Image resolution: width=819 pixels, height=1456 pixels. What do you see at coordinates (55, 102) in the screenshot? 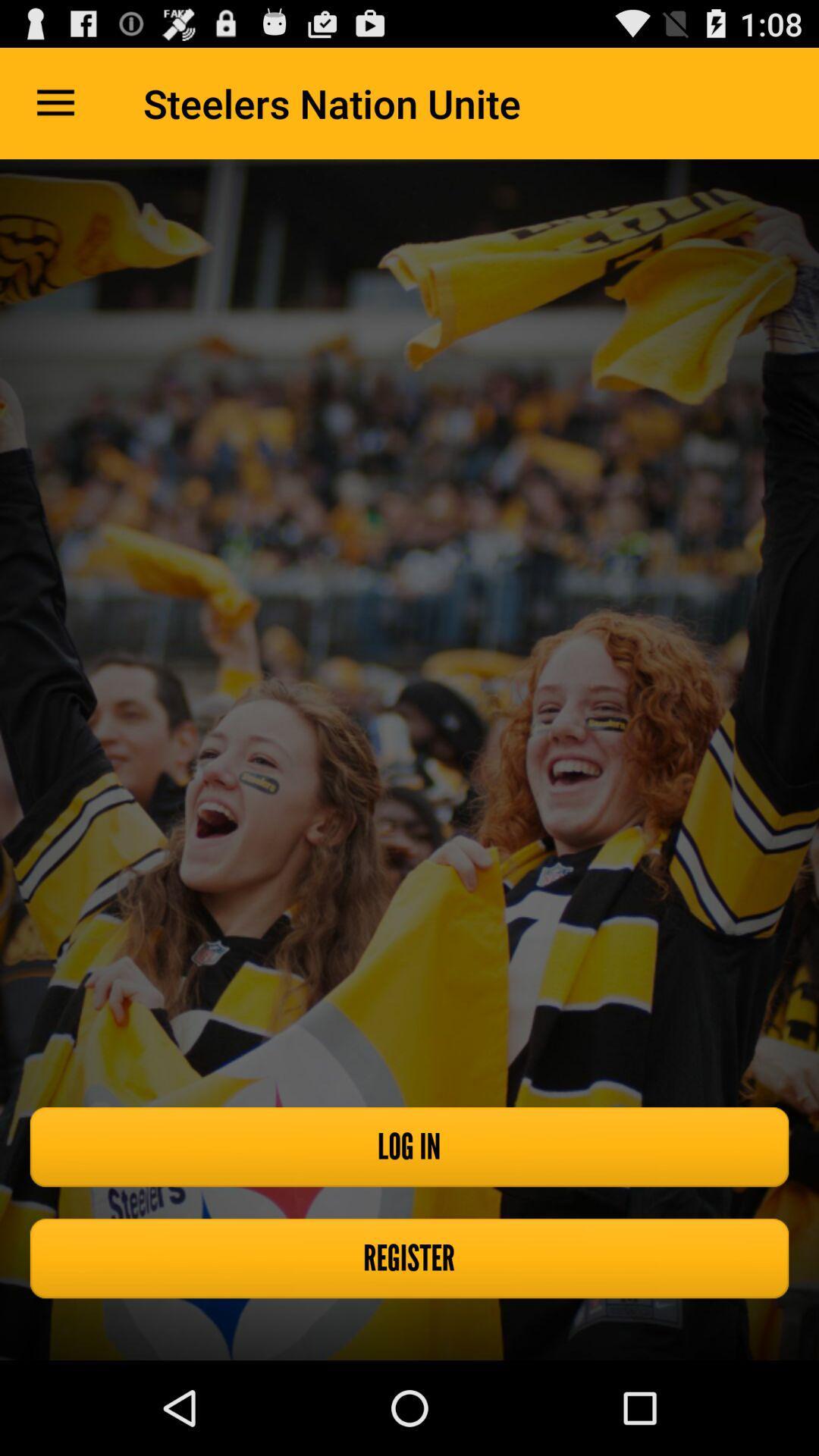
I see `the item to the left of steelers nation unite item` at bounding box center [55, 102].